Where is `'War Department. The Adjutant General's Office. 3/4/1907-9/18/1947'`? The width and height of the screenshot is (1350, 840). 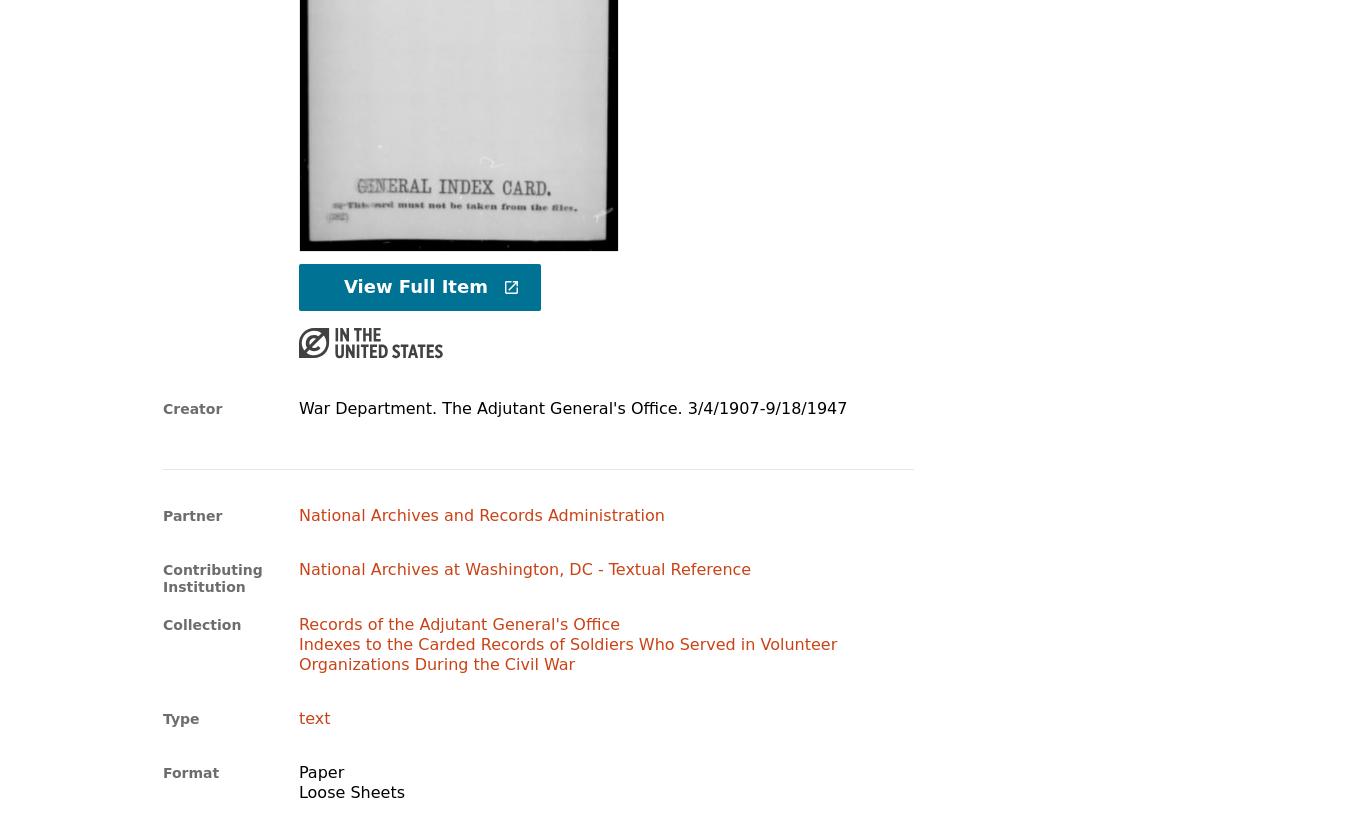
'War Department. The Adjutant General's Office. 3/4/1907-9/18/1947' is located at coordinates (296, 407).